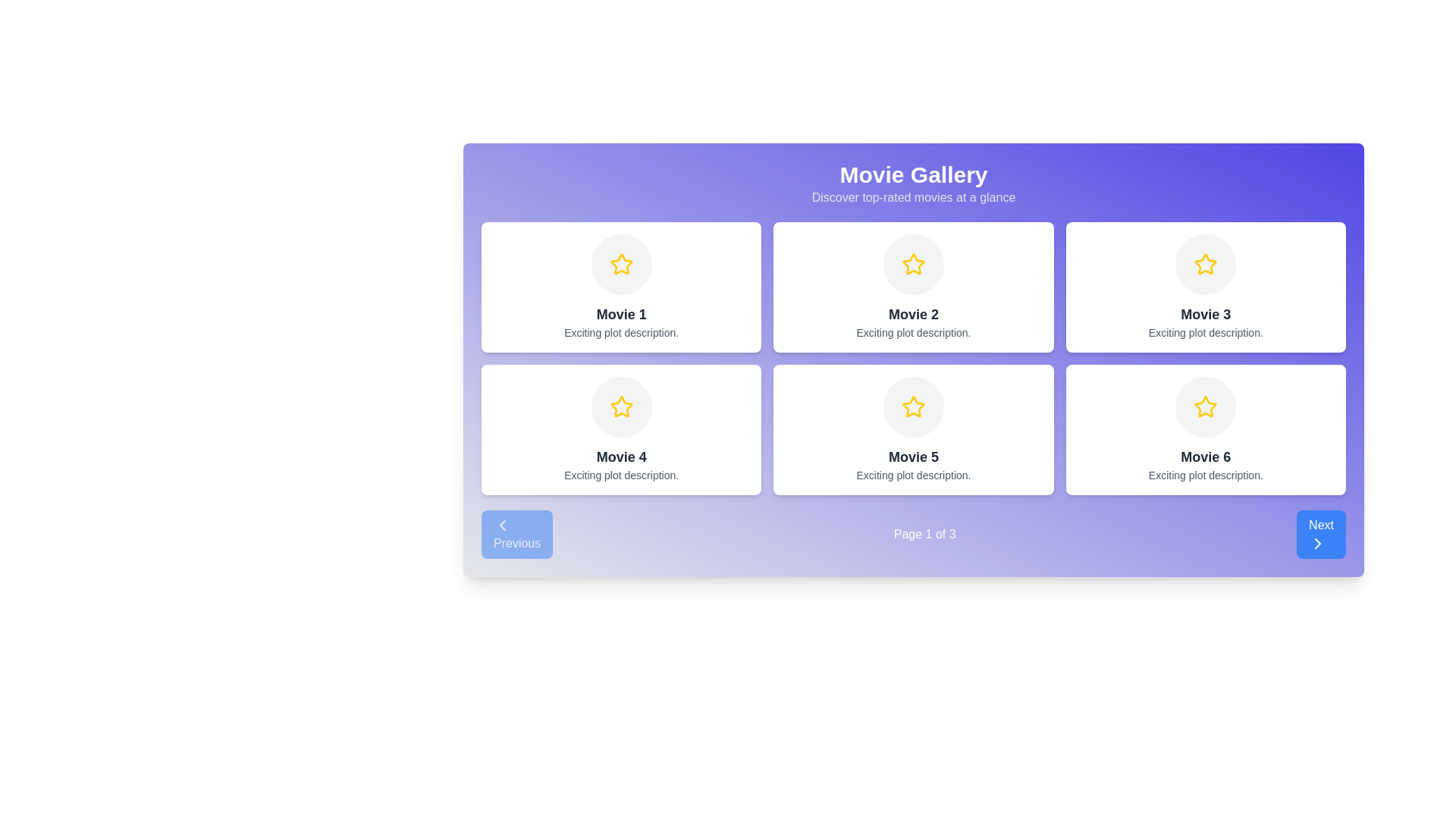  What do you see at coordinates (912, 406) in the screenshot?
I see `the yellow star-shaped icon with a hollow center in the 'Movie 5' card, located in the second row and second column of the grid layout` at bounding box center [912, 406].